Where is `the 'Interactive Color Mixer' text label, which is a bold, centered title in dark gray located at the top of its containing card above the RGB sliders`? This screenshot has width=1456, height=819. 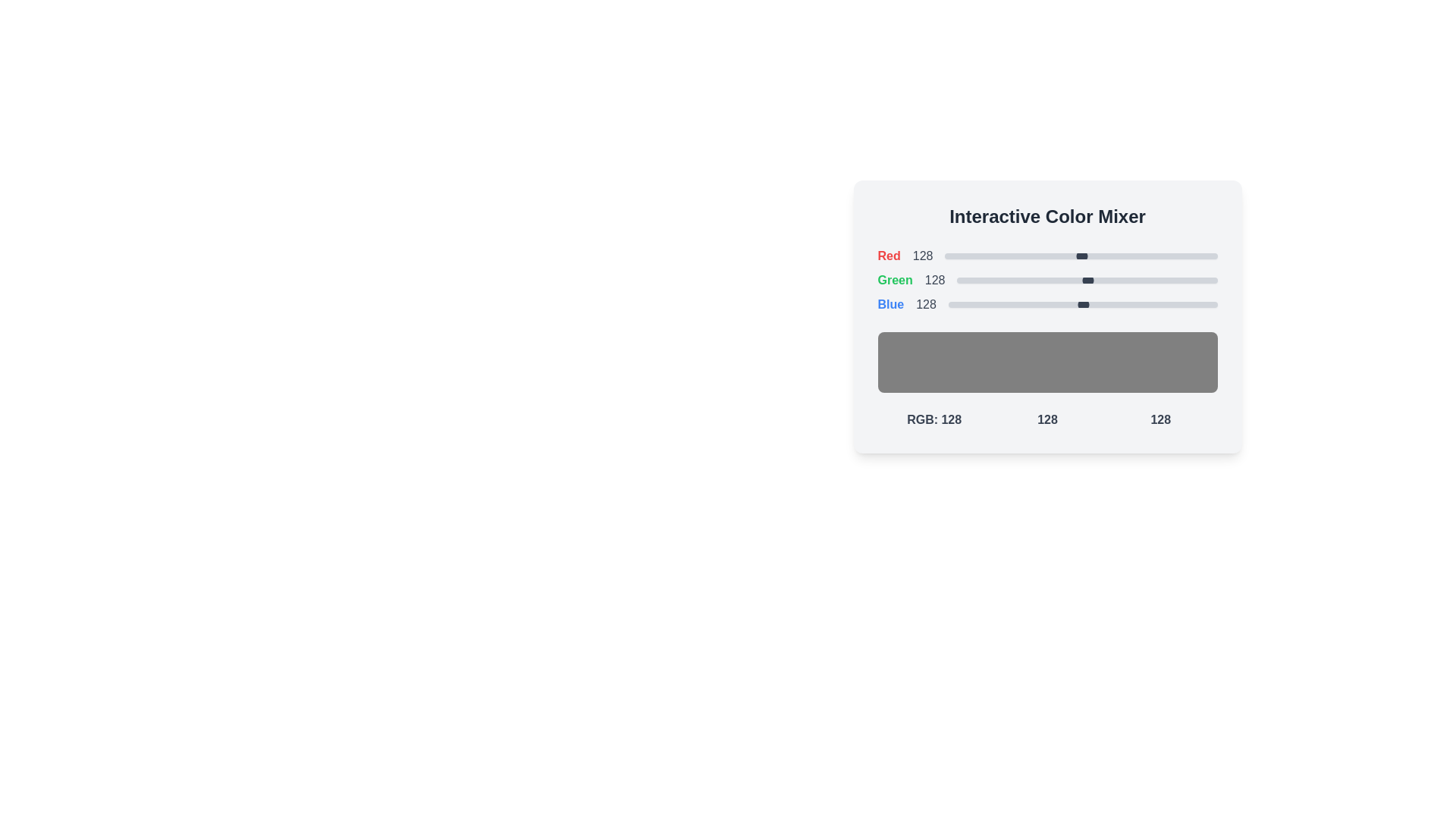
the 'Interactive Color Mixer' text label, which is a bold, centered title in dark gray located at the top of its containing card above the RGB sliders is located at coordinates (1046, 216).